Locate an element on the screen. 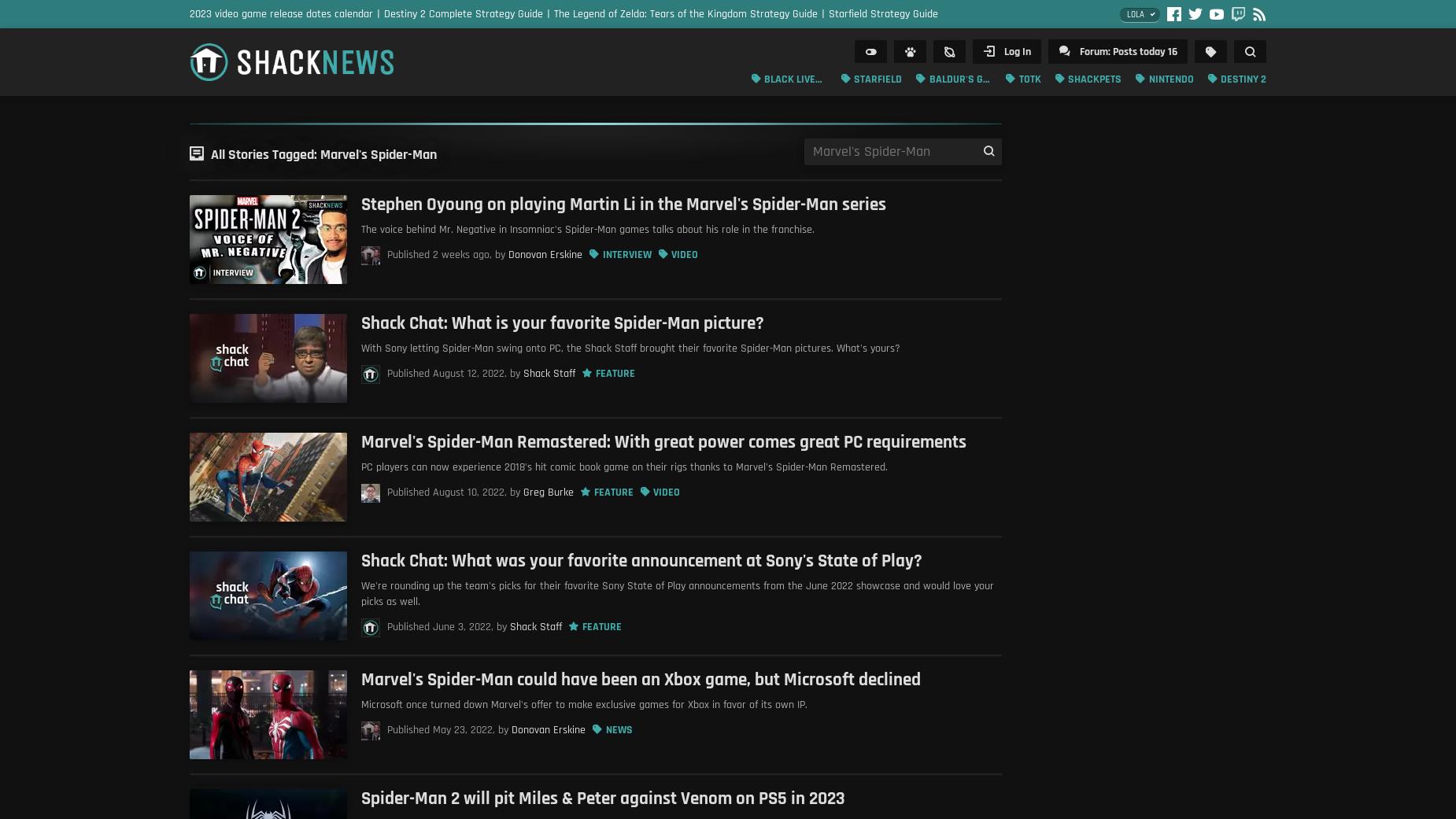 Image resolution: width=1456 pixels, height=819 pixels. 'Long Reads' is located at coordinates (1215, 213).